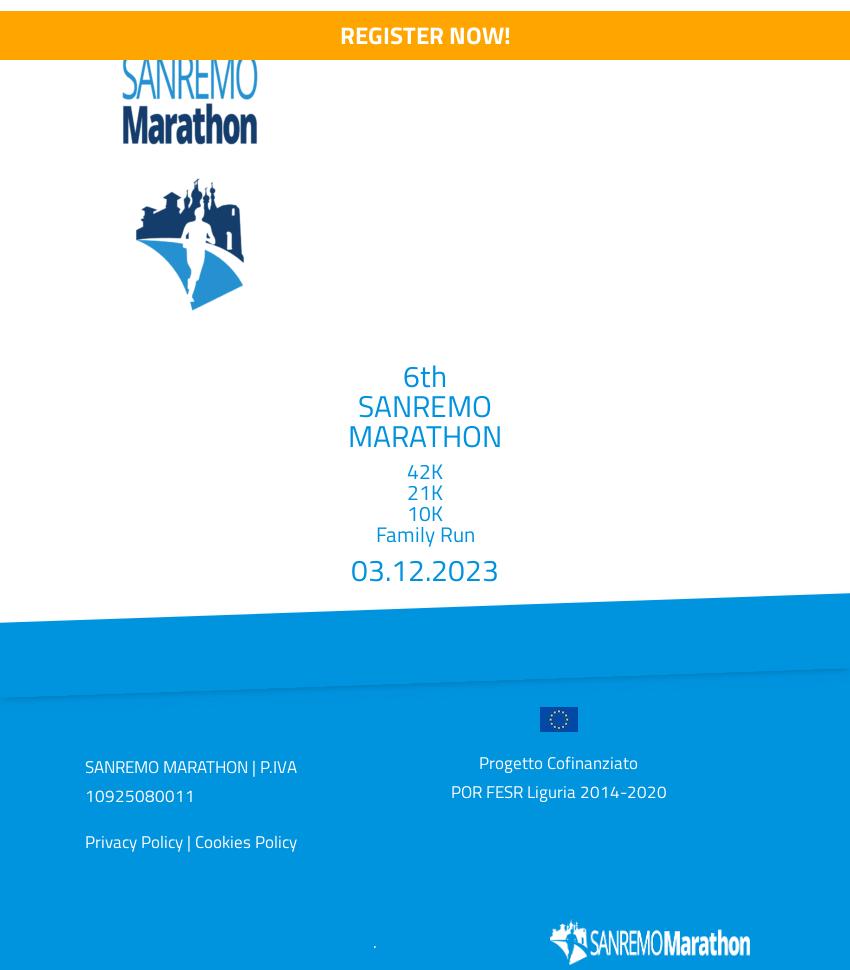 Image resolution: width=850 pixels, height=970 pixels. I want to click on 'Family Run', so click(424, 533).